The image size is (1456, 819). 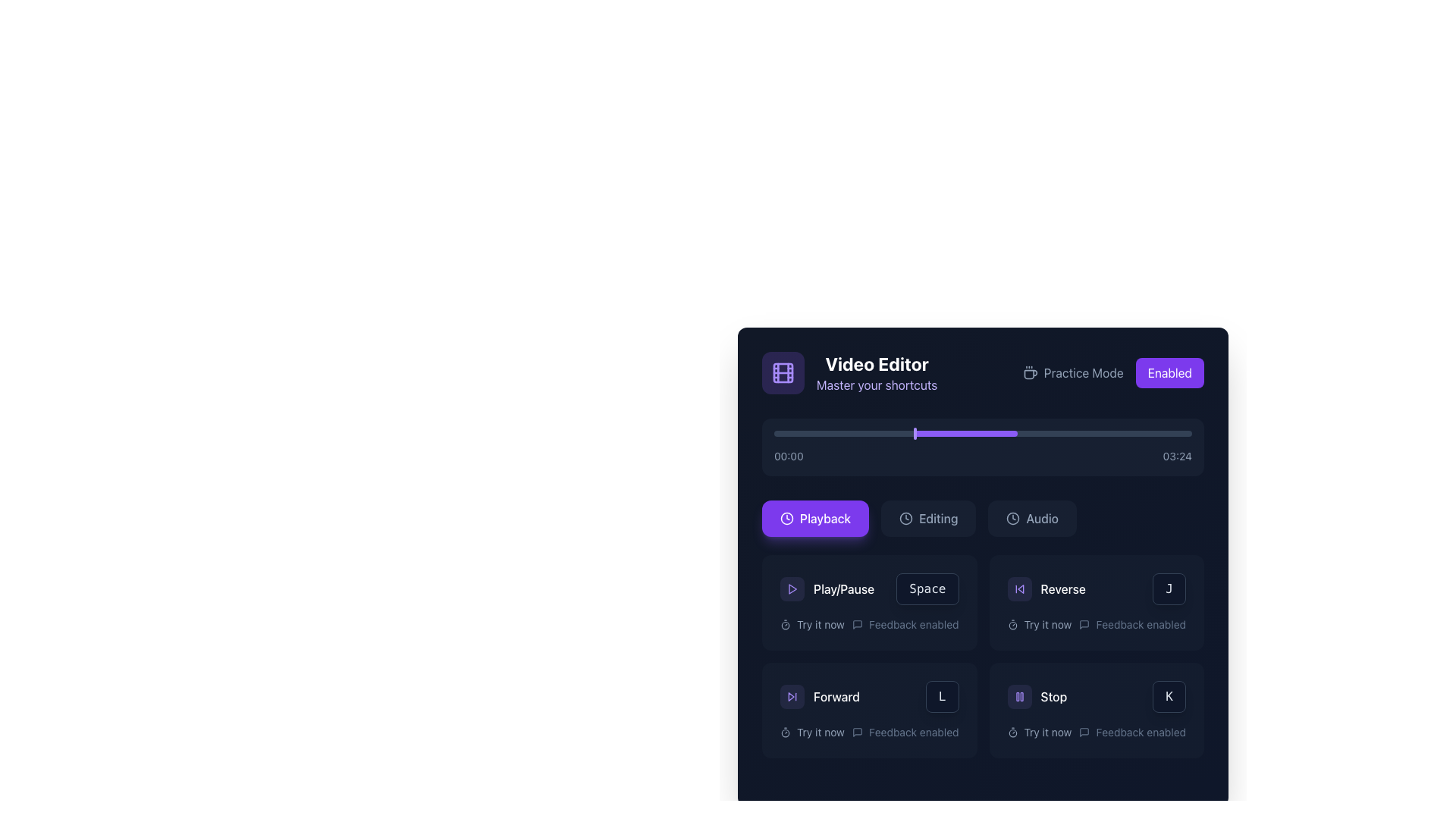 What do you see at coordinates (1019, 696) in the screenshot?
I see `the 'Stop' button located in the bottom-right portion of the main interface for keyboard accessibility` at bounding box center [1019, 696].